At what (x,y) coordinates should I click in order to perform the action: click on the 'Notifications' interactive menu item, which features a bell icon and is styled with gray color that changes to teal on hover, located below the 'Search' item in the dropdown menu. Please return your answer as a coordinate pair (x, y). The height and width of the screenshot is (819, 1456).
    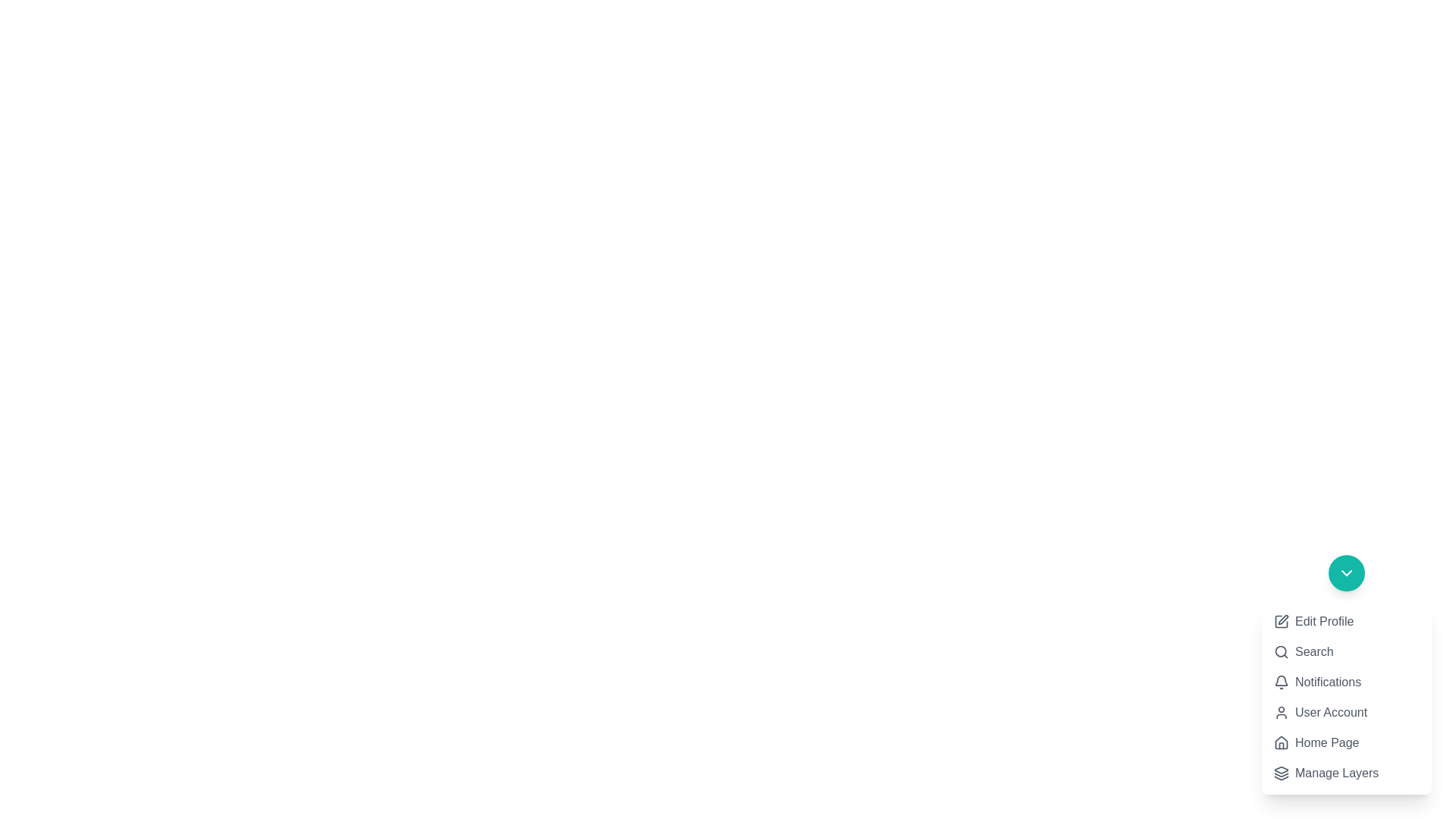
    Looking at the image, I should click on (1316, 681).